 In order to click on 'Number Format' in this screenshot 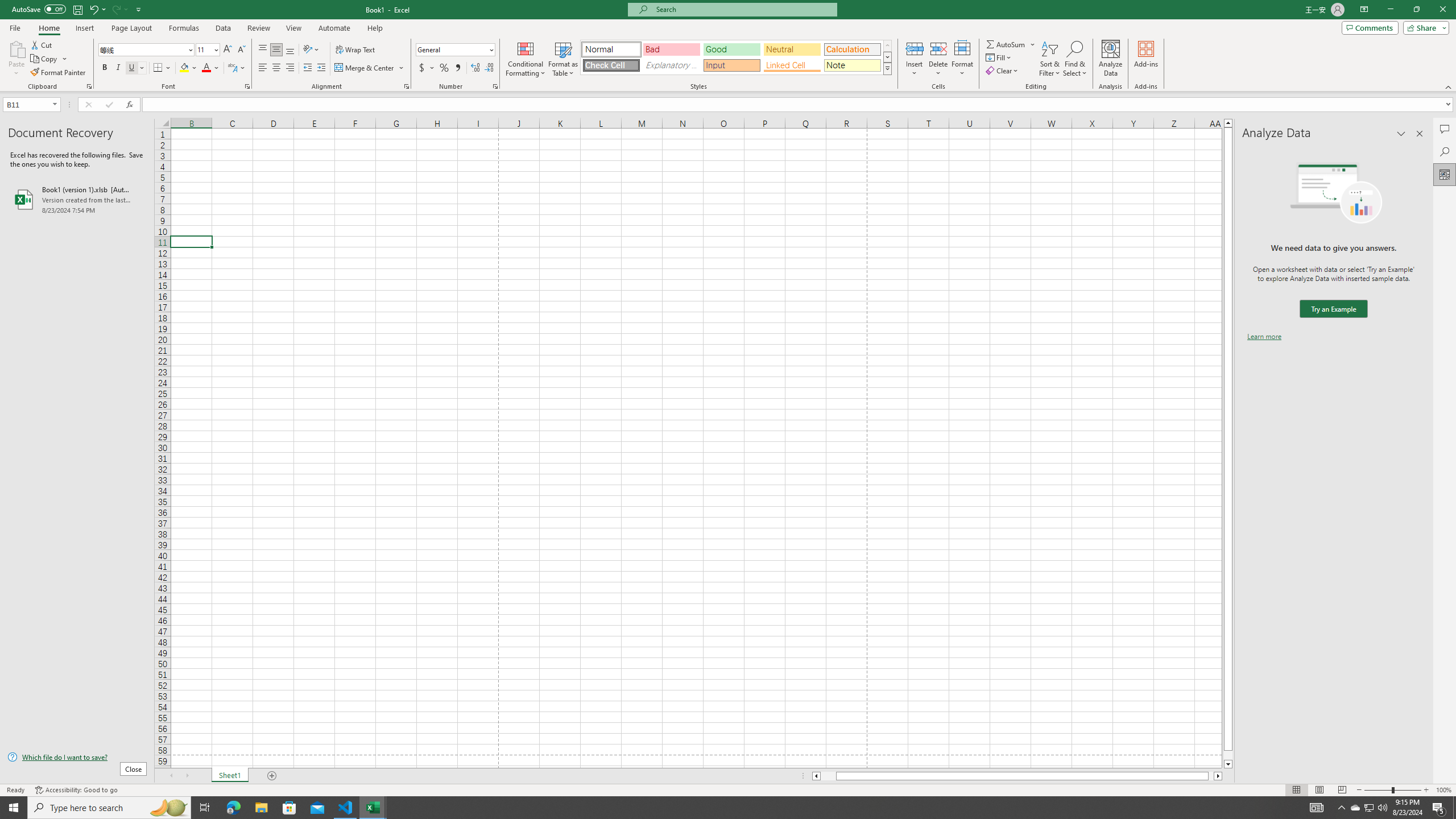, I will do `click(455, 49)`.